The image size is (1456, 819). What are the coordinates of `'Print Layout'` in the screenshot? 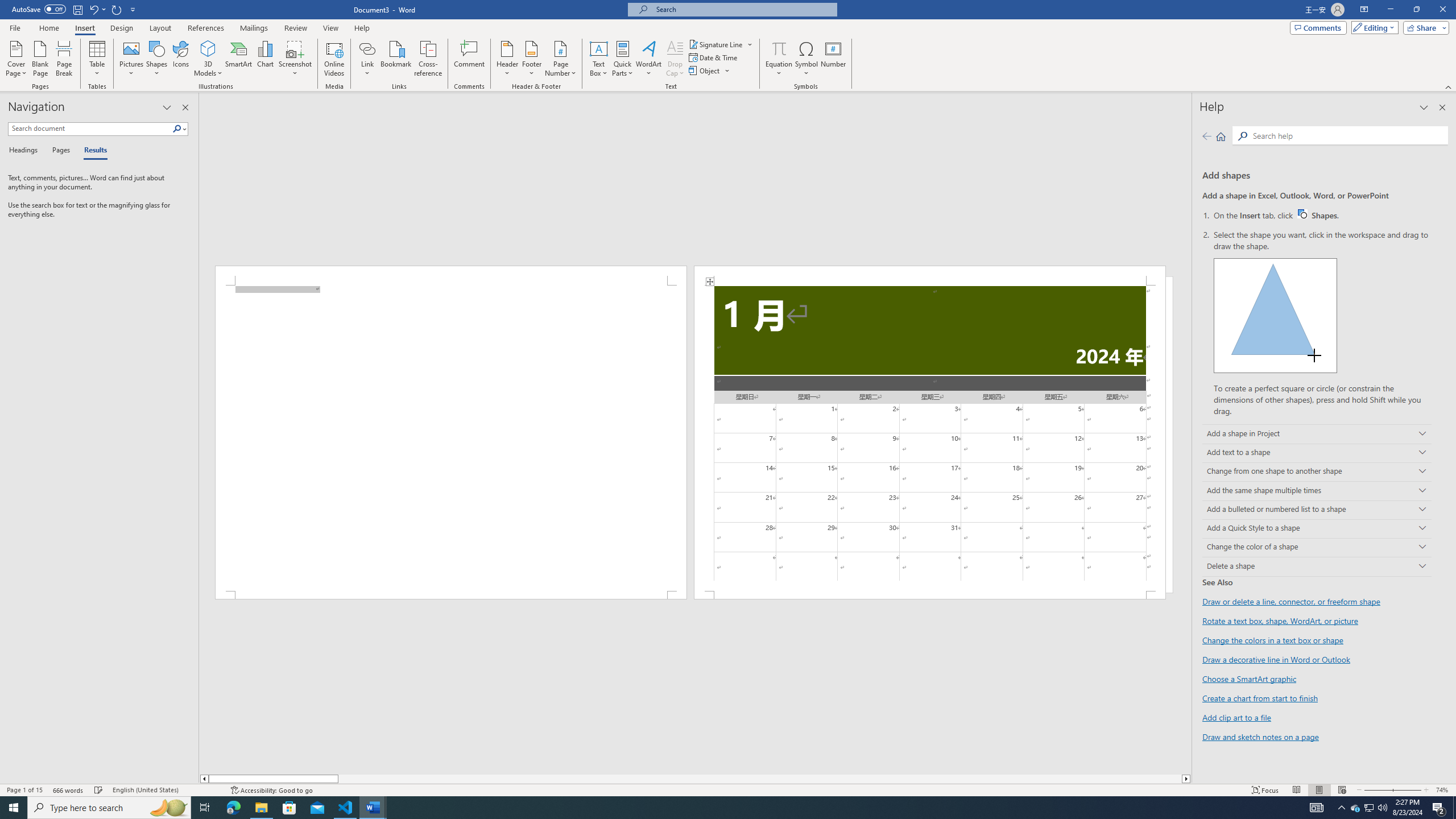 It's located at (1319, 790).